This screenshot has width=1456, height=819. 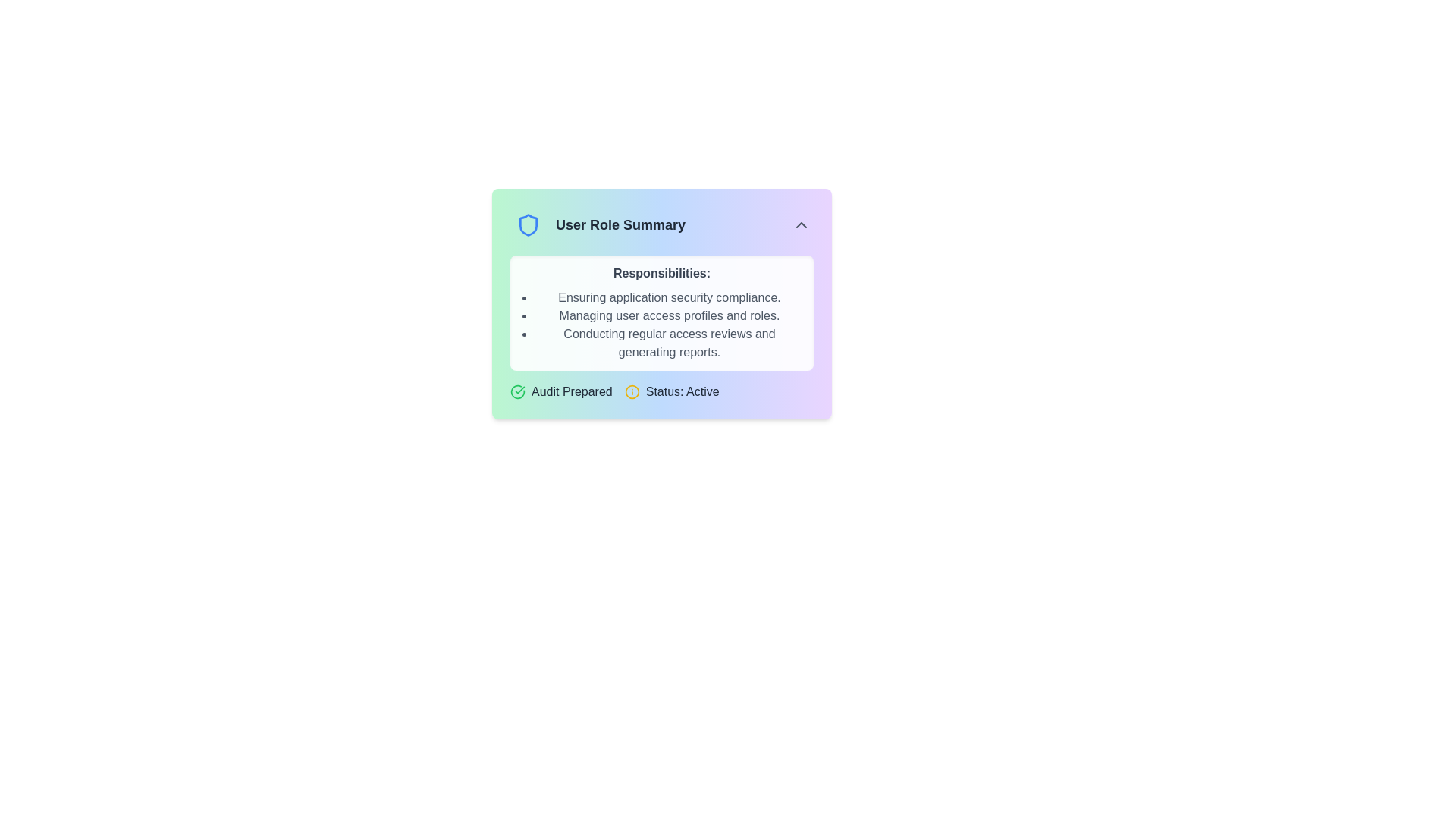 I want to click on the button located in the top-right corner of the 'User Role Summary' section, so click(x=800, y=225).